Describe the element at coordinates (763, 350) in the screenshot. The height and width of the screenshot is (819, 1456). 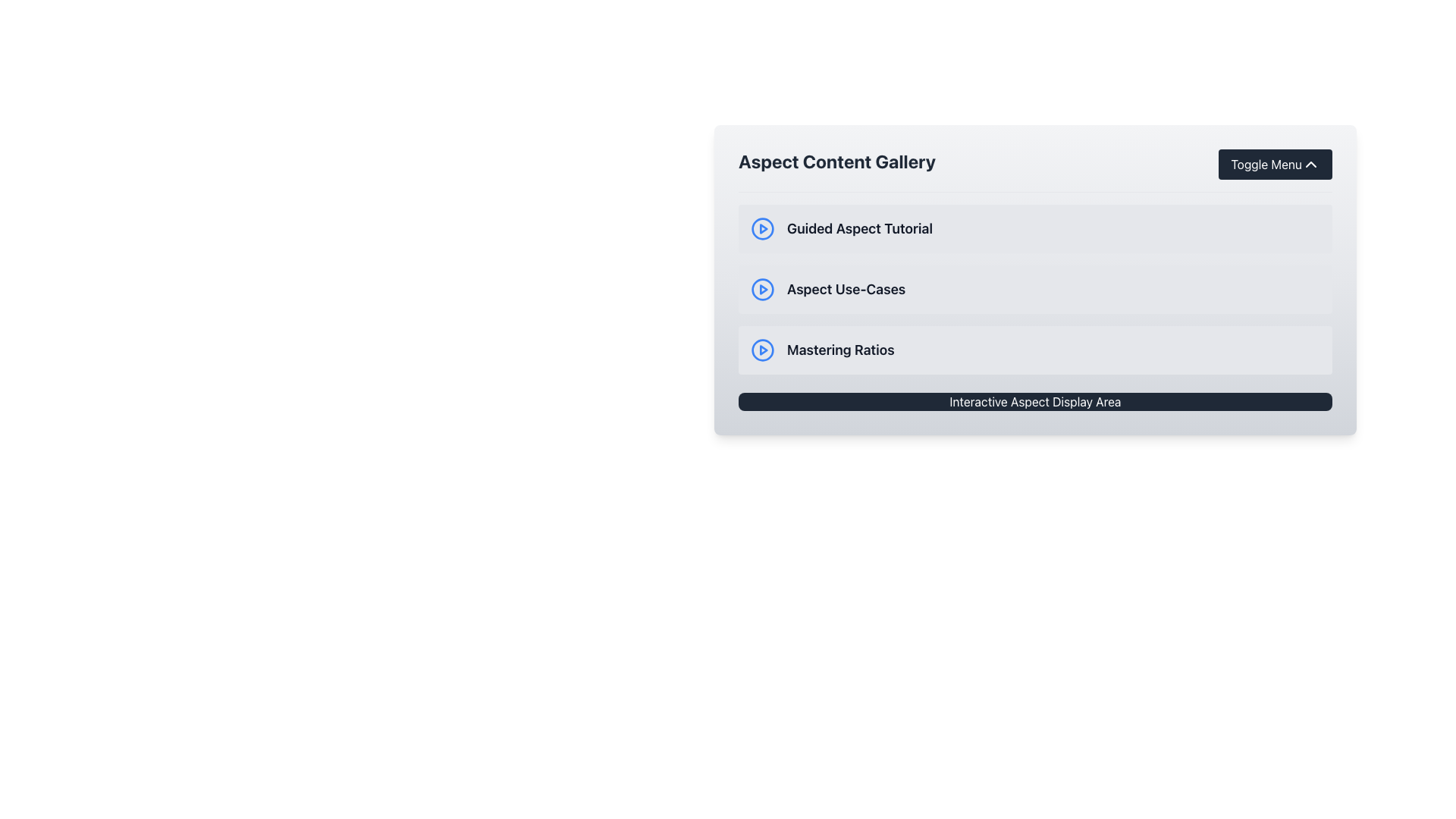
I see `the play button located in the 'Mastering Ratios' section, which is positioned to the left of the text label 'Mastering Ratios' in the third row of the 'Aspect Content Gallery' layout` at that location.